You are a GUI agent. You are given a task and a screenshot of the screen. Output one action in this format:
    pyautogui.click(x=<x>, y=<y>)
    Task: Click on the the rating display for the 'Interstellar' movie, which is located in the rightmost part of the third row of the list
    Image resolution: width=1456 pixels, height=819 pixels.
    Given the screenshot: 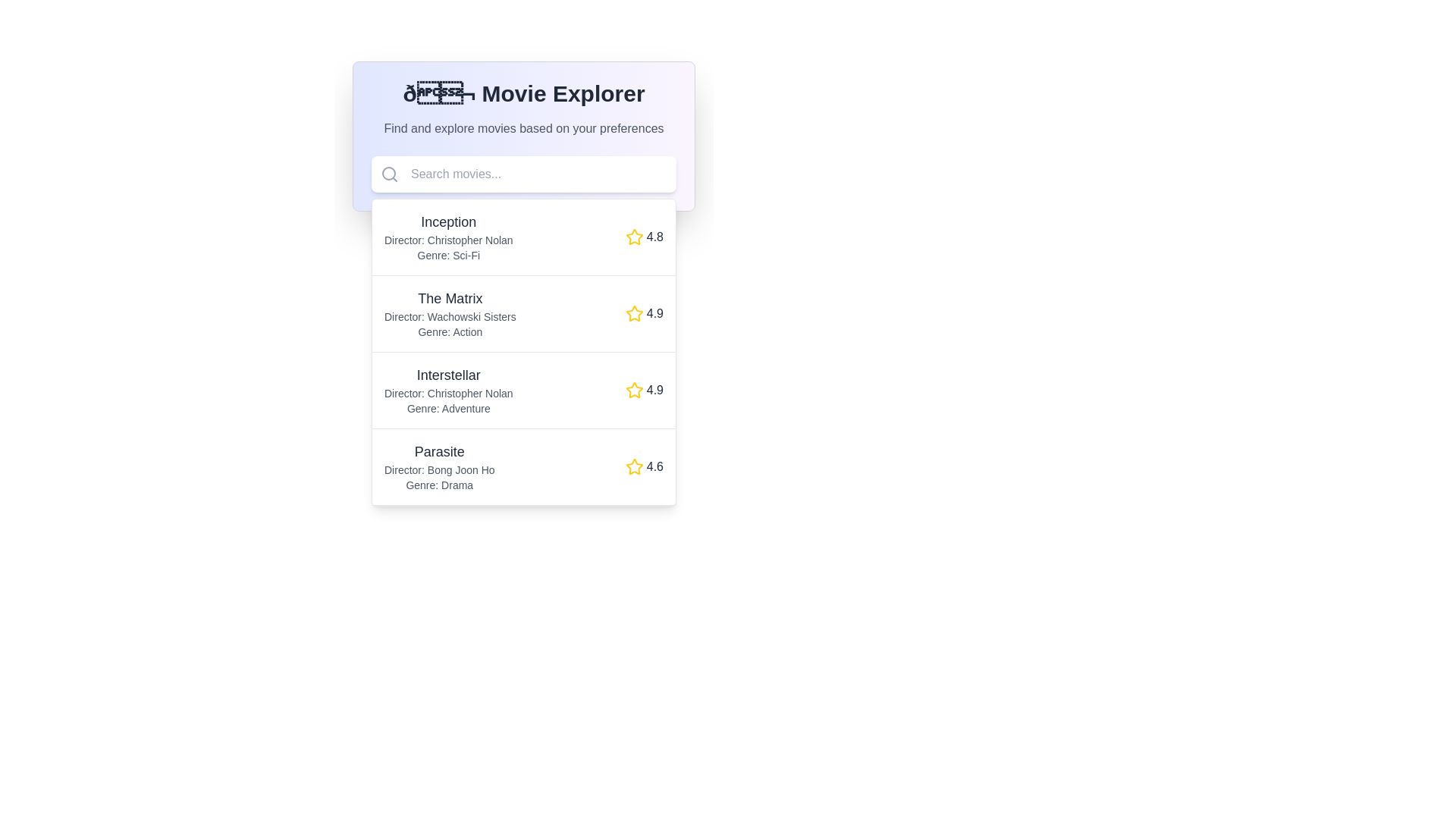 What is the action you would take?
    pyautogui.click(x=644, y=390)
    